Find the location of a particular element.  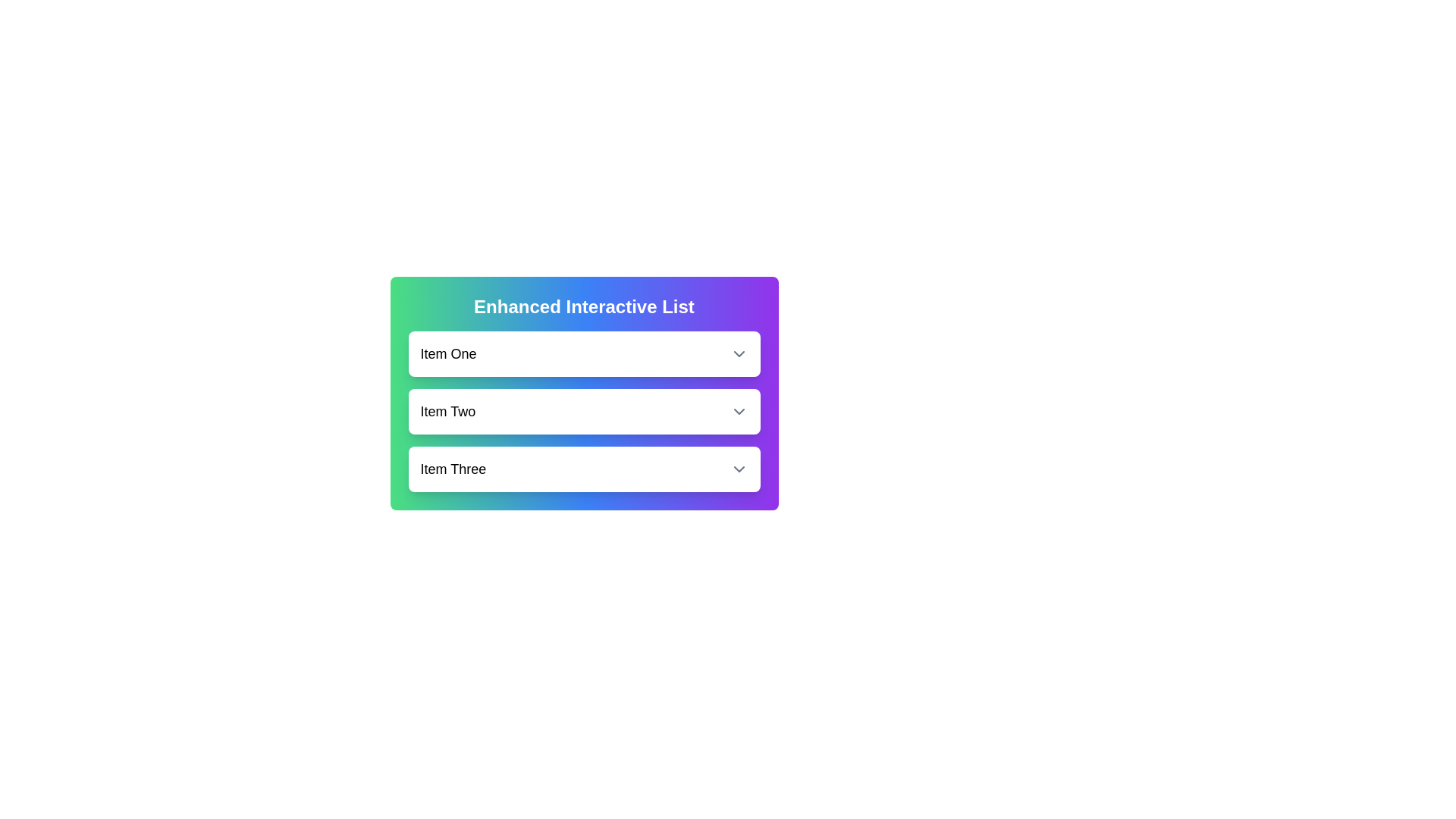

the 'Item Two' dropdown trigger is located at coordinates (583, 412).